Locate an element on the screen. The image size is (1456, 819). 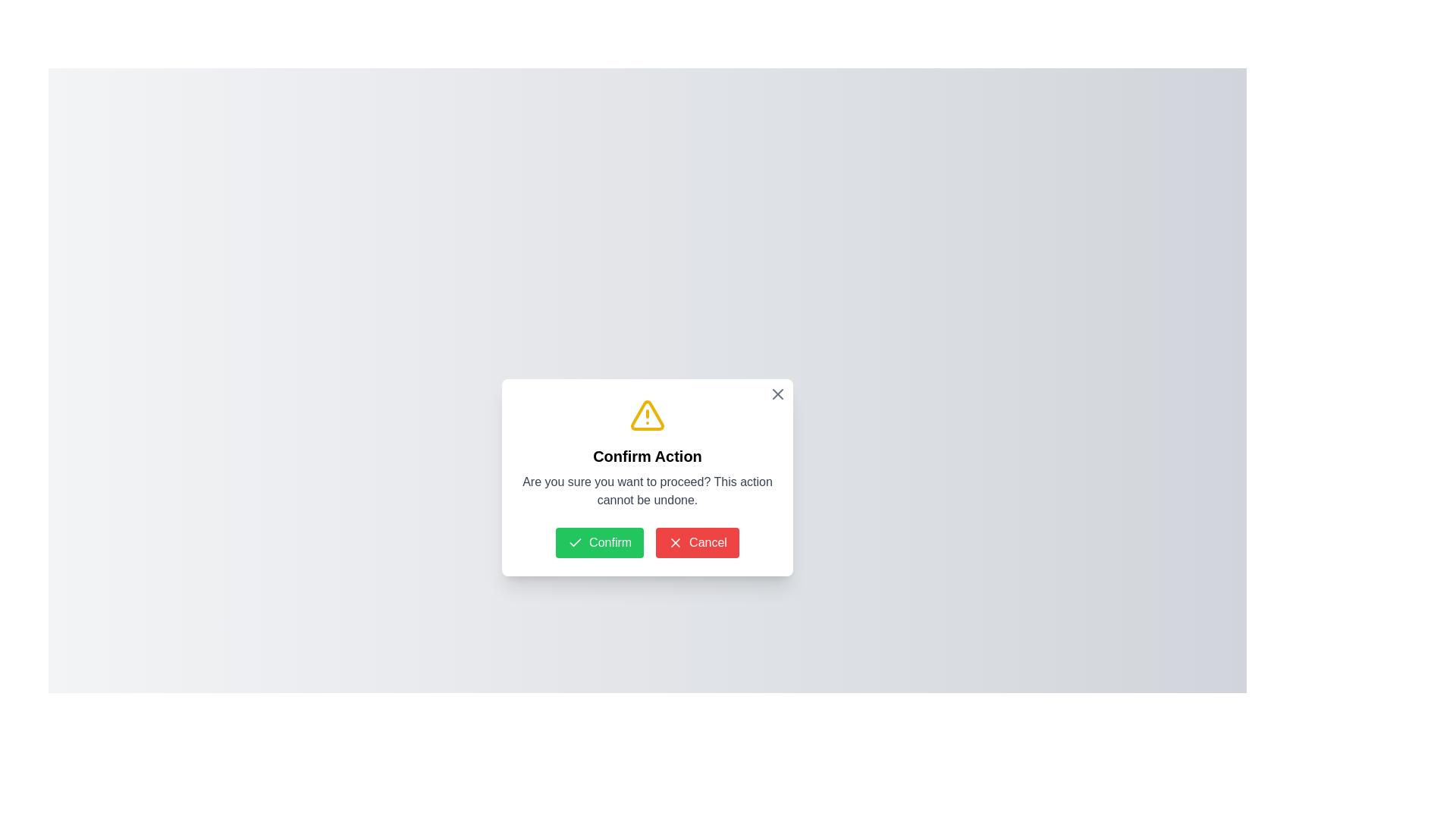
warning message displayed in the second text block of the modal dialog box, which asks if you are sure you want to proceed and indicates that the action cannot be undone is located at coordinates (648, 491).